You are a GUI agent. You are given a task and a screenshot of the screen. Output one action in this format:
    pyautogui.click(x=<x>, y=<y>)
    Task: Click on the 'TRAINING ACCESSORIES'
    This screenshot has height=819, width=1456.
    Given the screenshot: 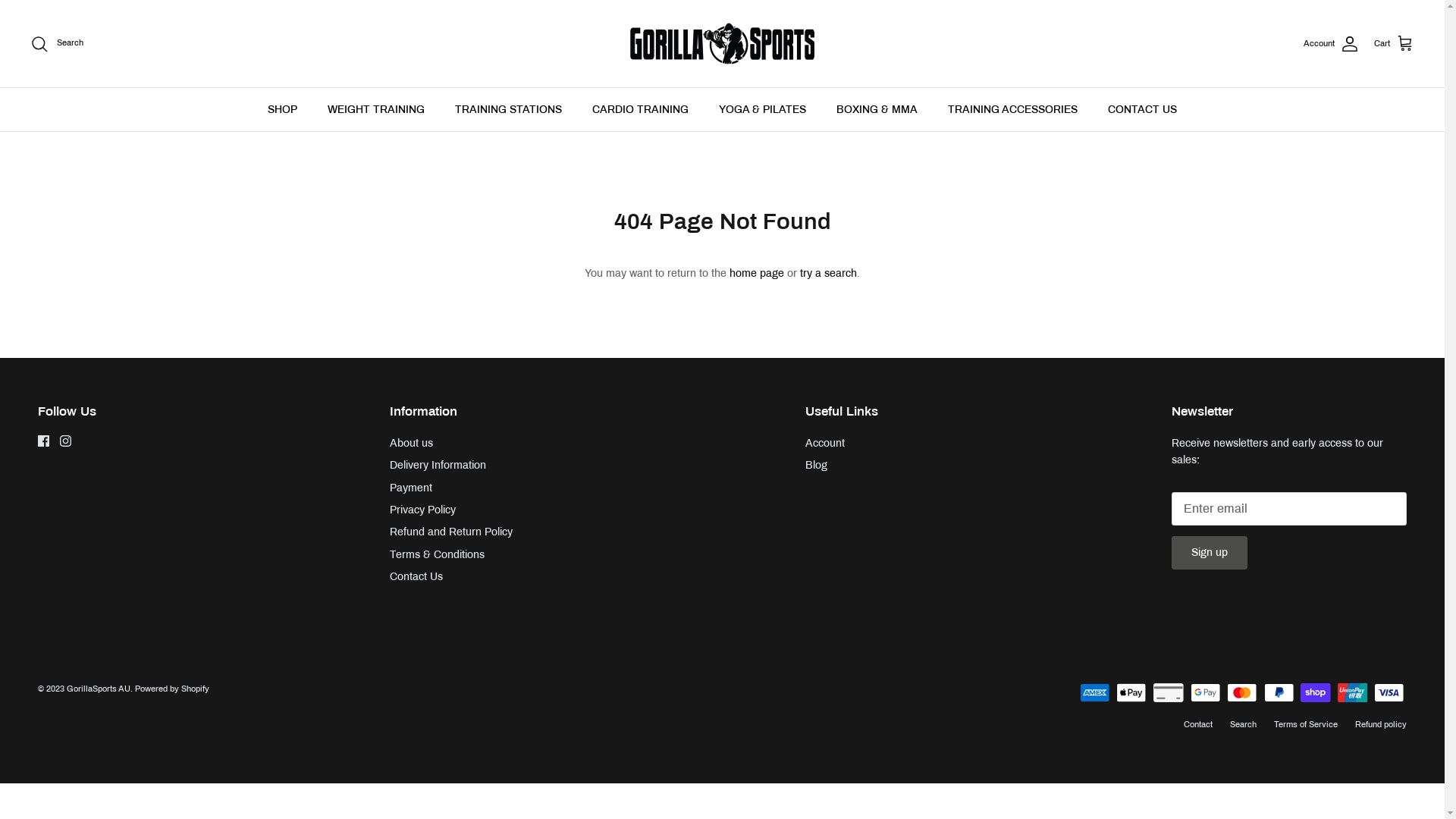 What is the action you would take?
    pyautogui.click(x=1012, y=108)
    